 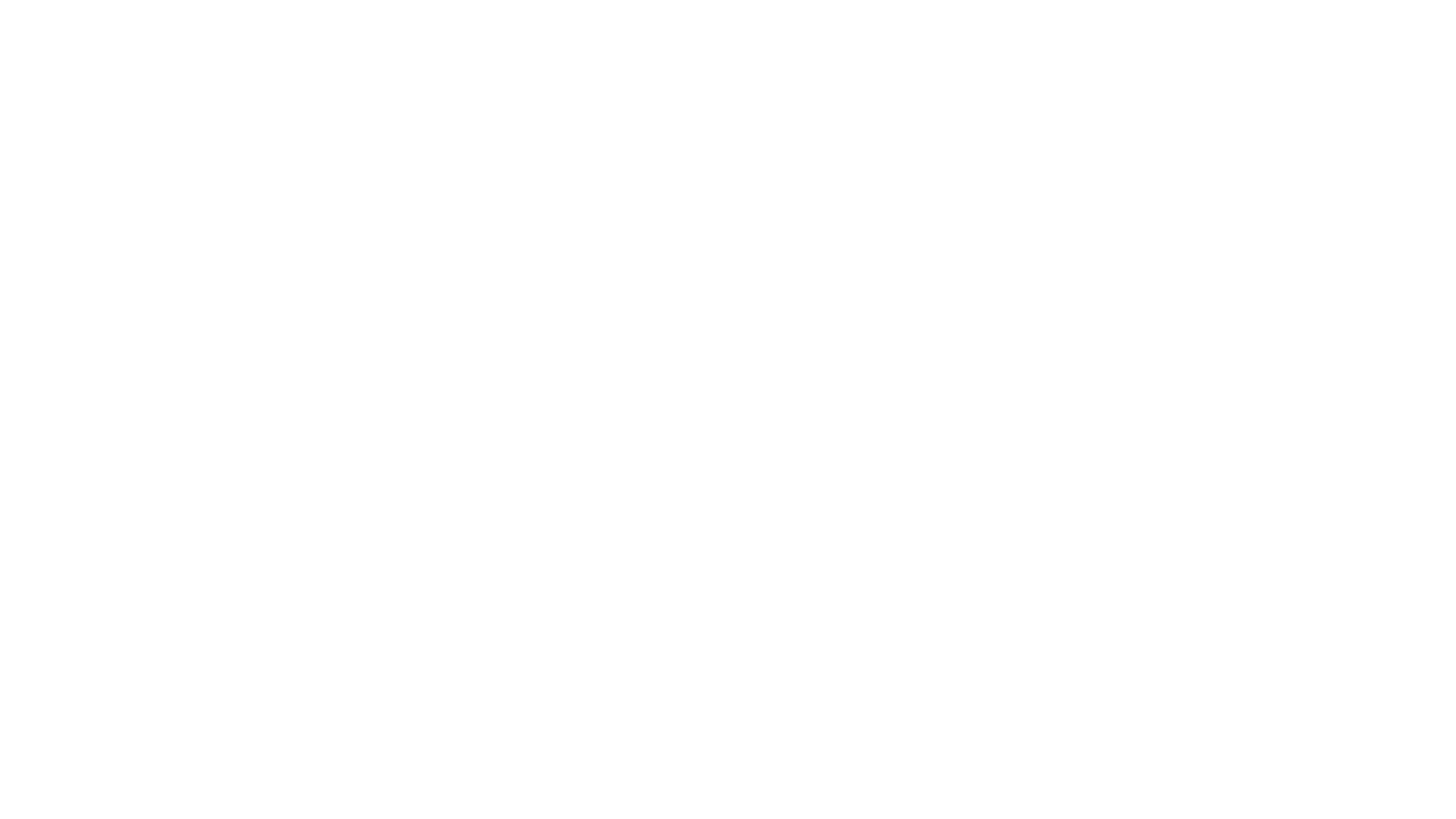 I want to click on Register Now, so click(x=726, y=344).